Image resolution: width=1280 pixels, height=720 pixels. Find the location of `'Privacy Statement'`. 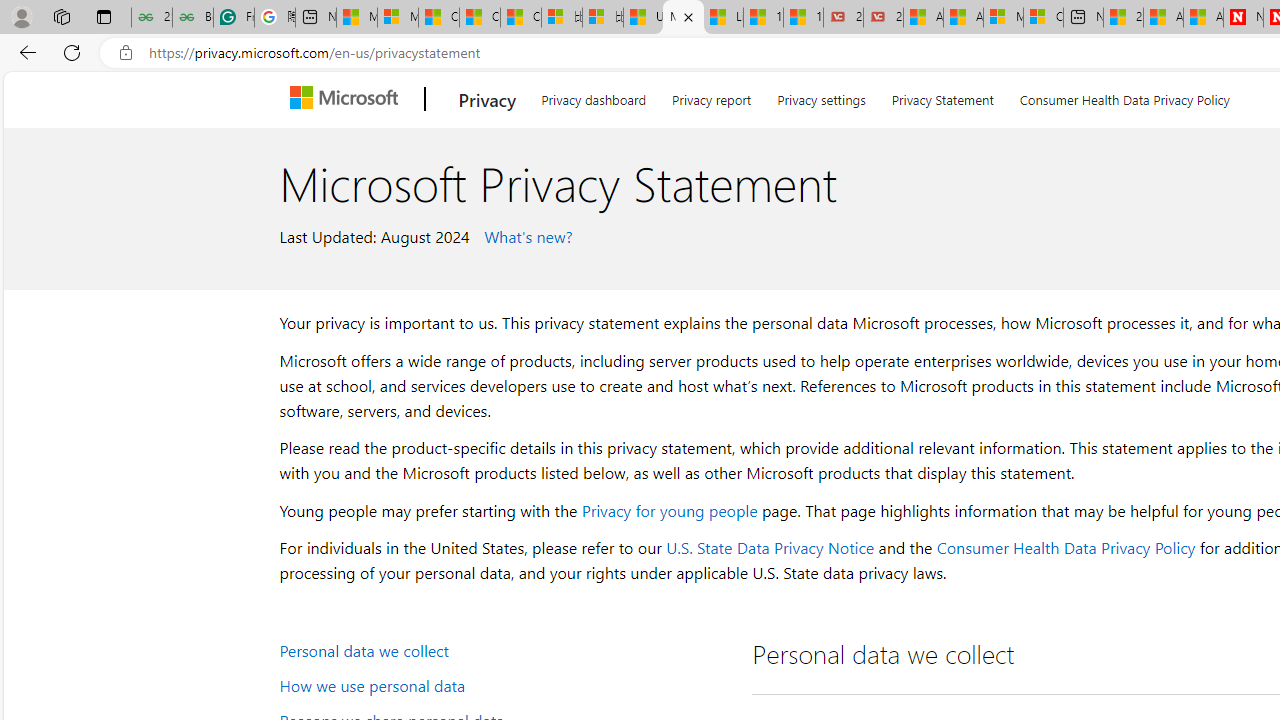

'Privacy Statement' is located at coordinates (941, 96).